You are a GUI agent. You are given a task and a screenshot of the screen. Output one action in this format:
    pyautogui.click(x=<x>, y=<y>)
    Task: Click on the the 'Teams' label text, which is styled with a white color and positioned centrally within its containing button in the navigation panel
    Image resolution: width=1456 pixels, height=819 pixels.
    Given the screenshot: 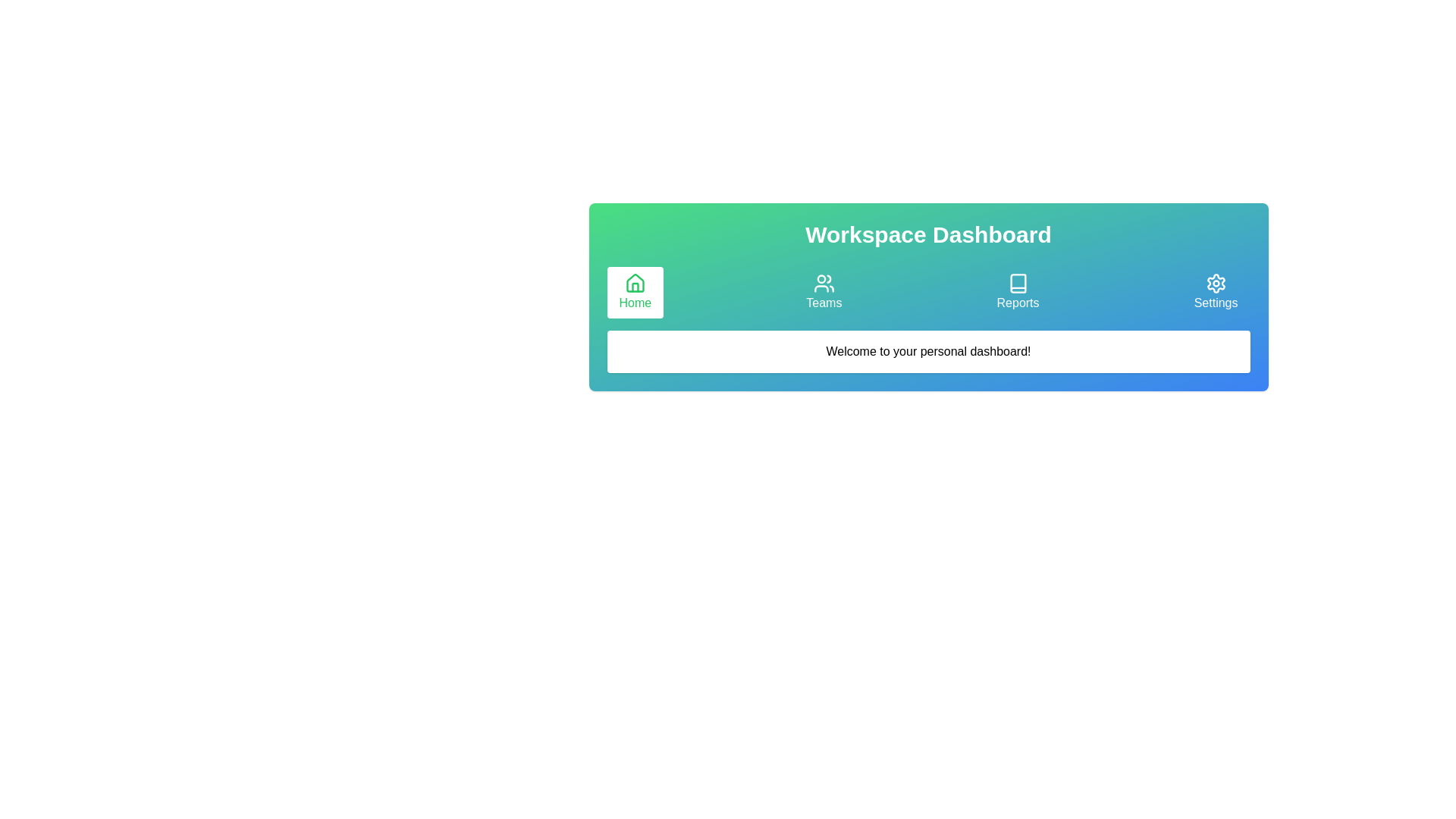 What is the action you would take?
    pyautogui.click(x=823, y=303)
    